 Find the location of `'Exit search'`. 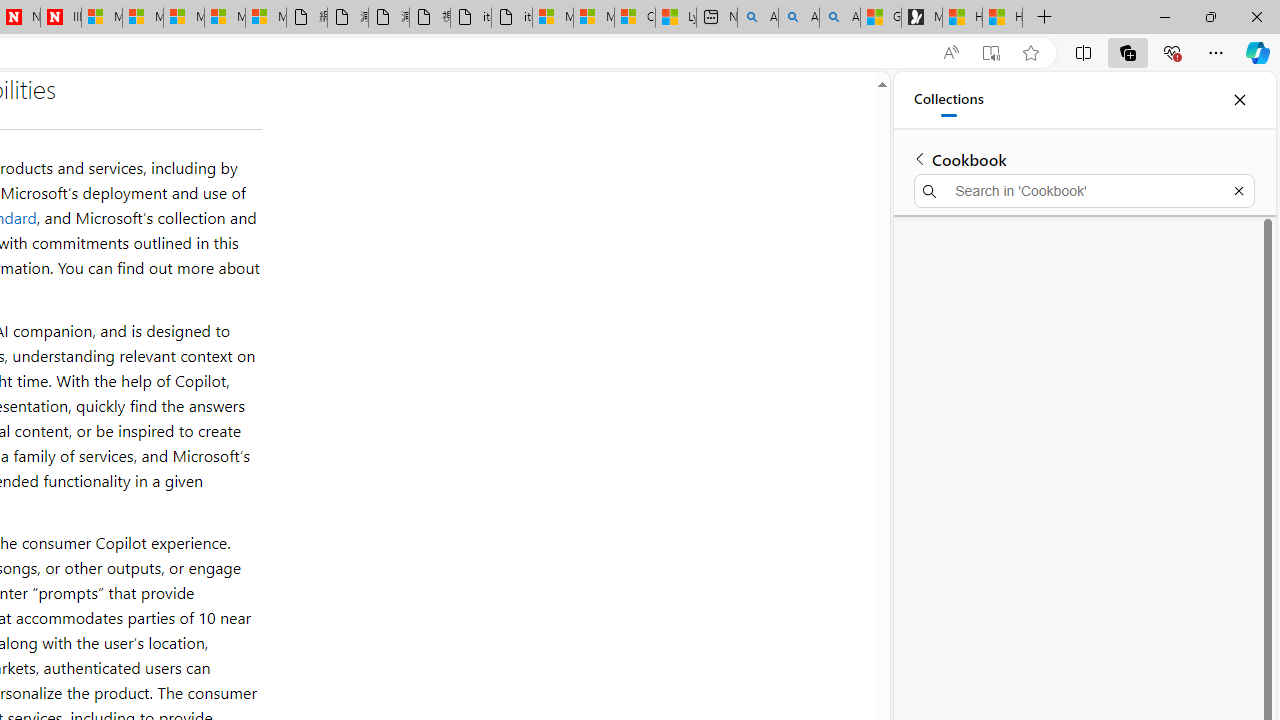

'Exit search' is located at coordinates (1238, 191).